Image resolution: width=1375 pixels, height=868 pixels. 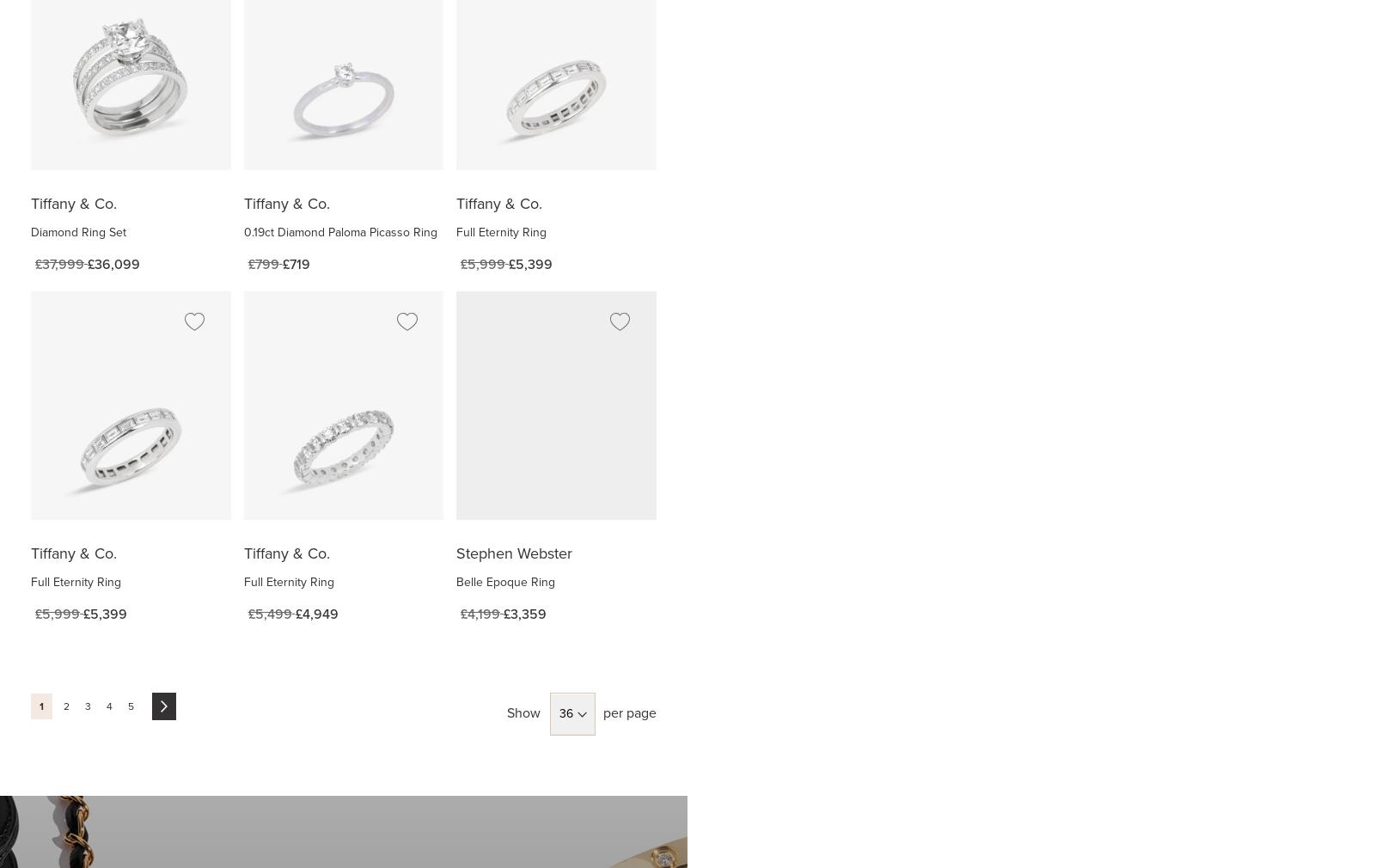 What do you see at coordinates (39, 706) in the screenshot?
I see `'1'` at bounding box center [39, 706].